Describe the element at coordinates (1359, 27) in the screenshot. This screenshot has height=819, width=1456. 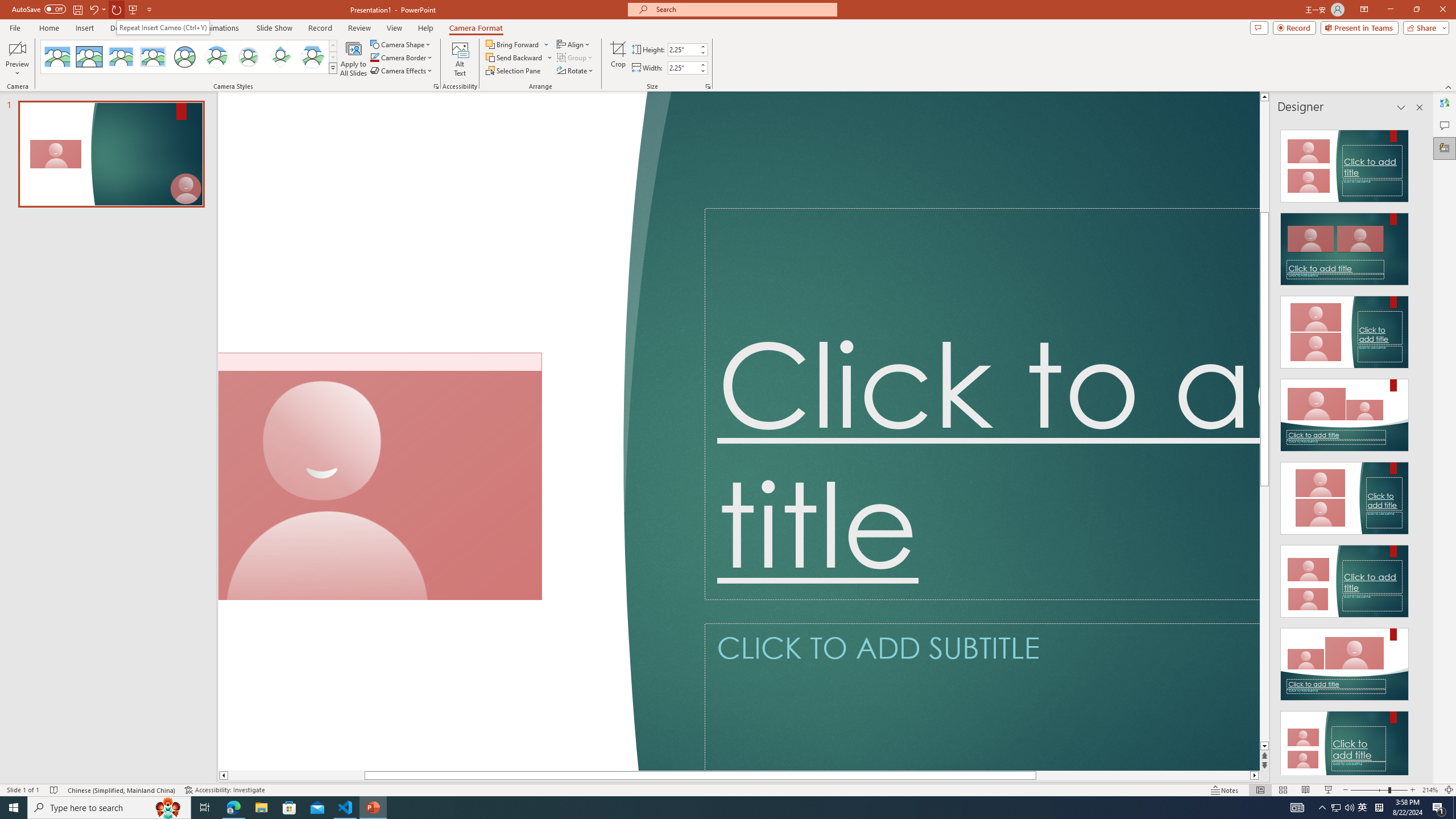
I see `'Present in Teams'` at that location.